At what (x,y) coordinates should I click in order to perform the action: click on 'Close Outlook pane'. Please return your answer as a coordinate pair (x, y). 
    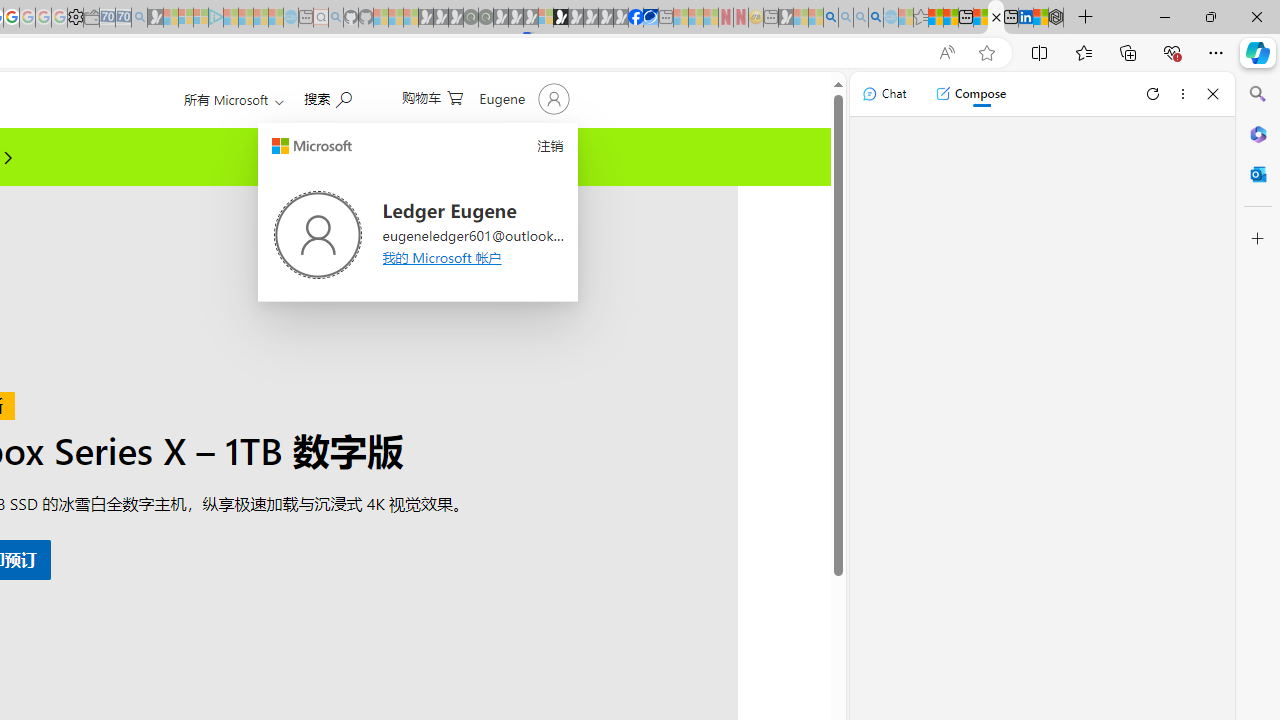
    Looking at the image, I should click on (1257, 173).